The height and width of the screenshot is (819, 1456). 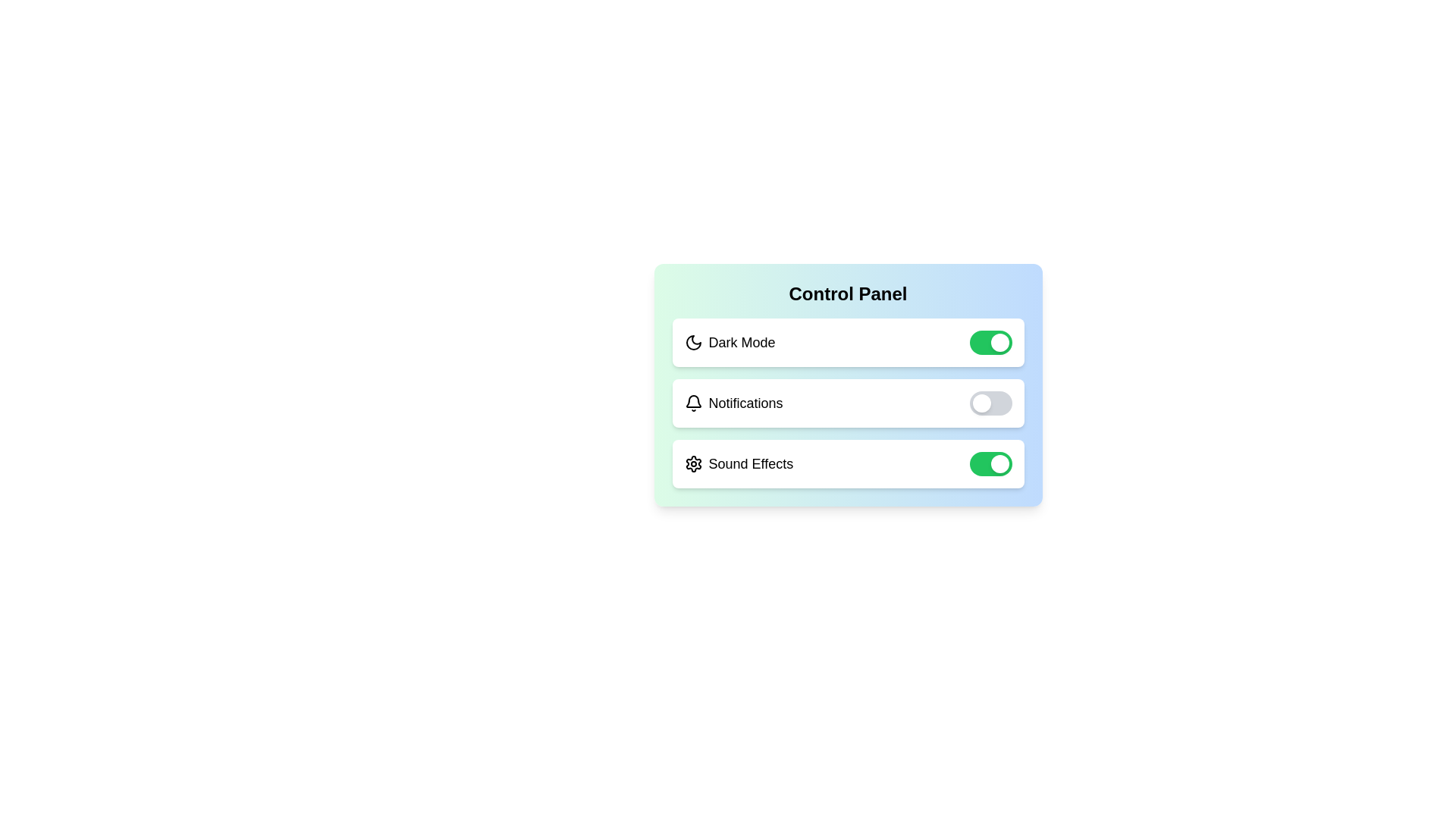 What do you see at coordinates (847, 294) in the screenshot?
I see `the 'Control Panel' title to focus or highlight it` at bounding box center [847, 294].